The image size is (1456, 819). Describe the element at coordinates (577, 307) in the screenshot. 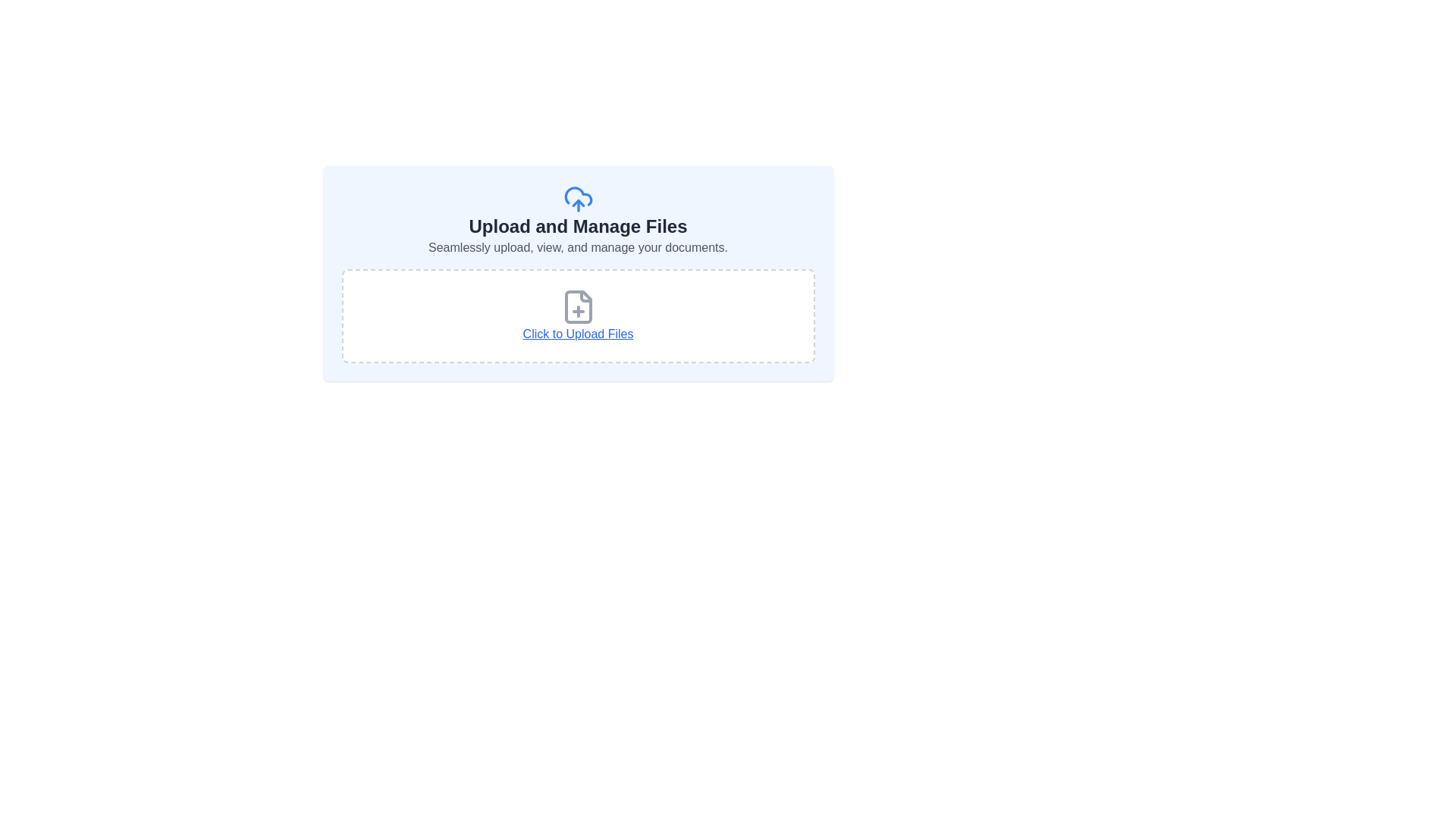

I see `the file upload icon, which is a graphical icon resembling a file with a plus symbol, located centrally within a dashed-border box under the text 'Click to Upload Files.'` at that location.